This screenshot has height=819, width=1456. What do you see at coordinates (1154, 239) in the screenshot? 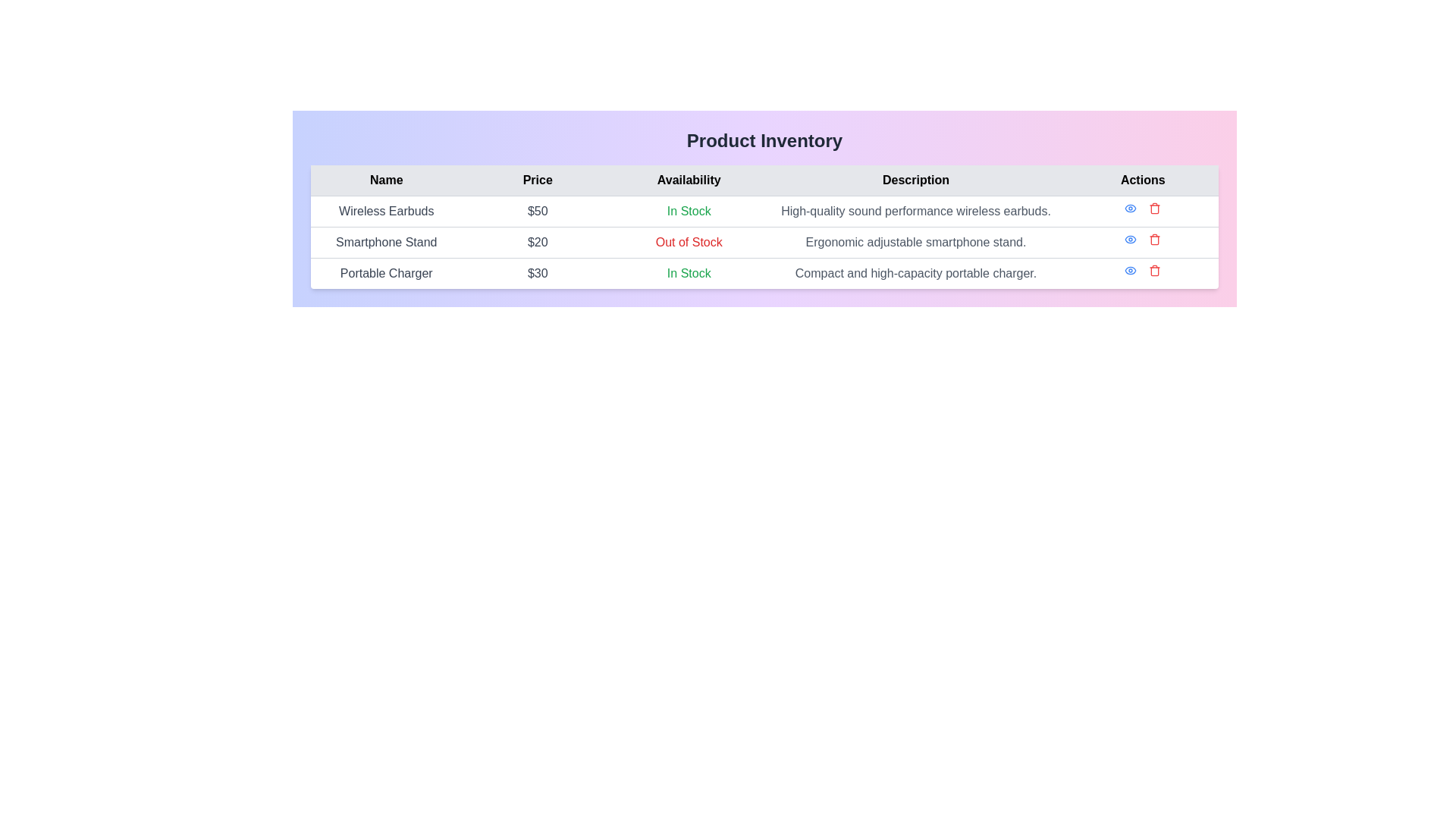
I see `the red trashcan icon button in the actions column of the 'Smartphone Stand' row in the Product Inventory table` at bounding box center [1154, 239].